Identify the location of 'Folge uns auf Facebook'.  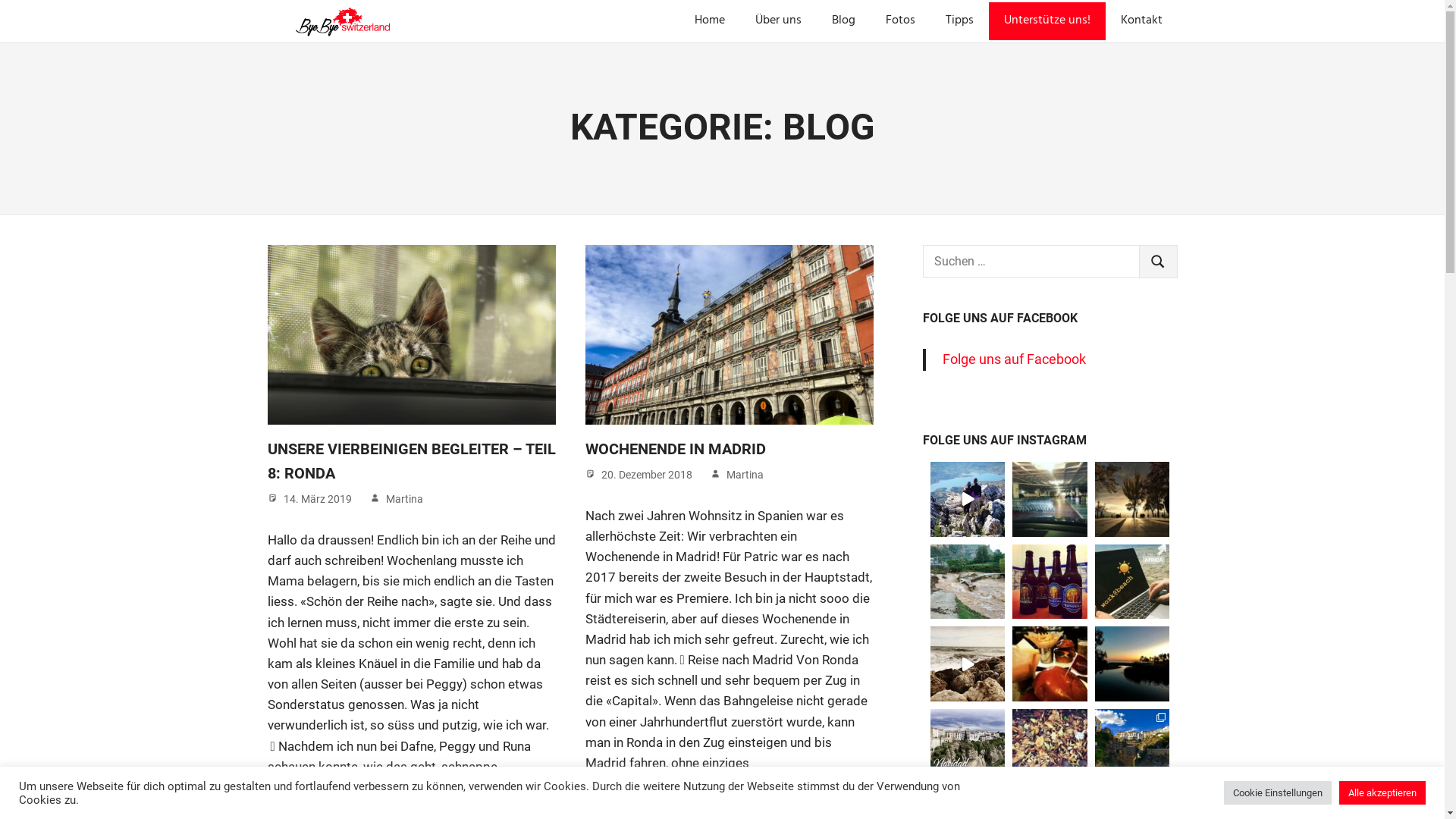
(942, 359).